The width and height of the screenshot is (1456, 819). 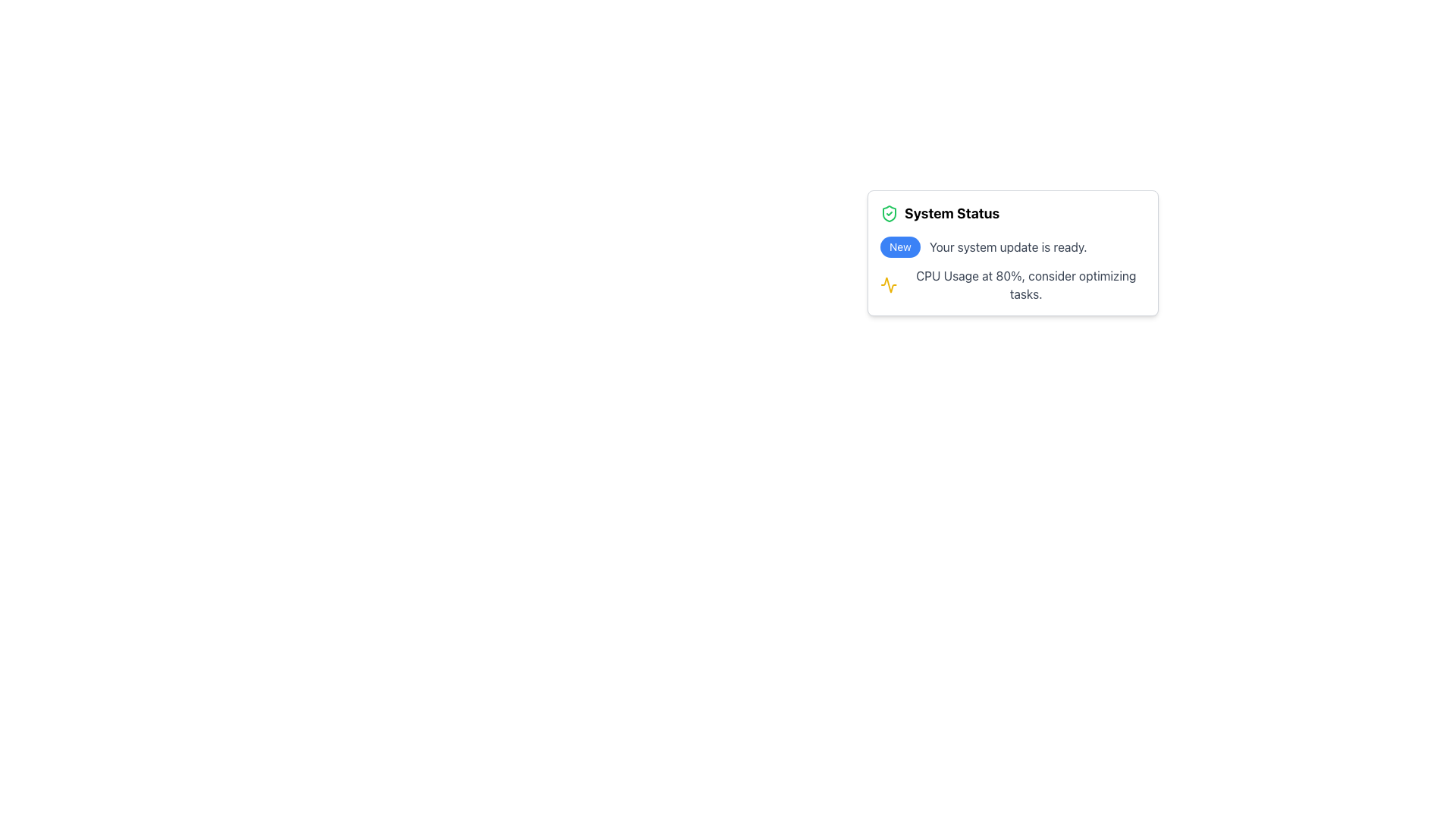 What do you see at coordinates (888, 284) in the screenshot?
I see `the yellow waveform icon located on the left side of the notification card that indicates 'CPU Usage at 80%, consider optimizing tasks.'` at bounding box center [888, 284].